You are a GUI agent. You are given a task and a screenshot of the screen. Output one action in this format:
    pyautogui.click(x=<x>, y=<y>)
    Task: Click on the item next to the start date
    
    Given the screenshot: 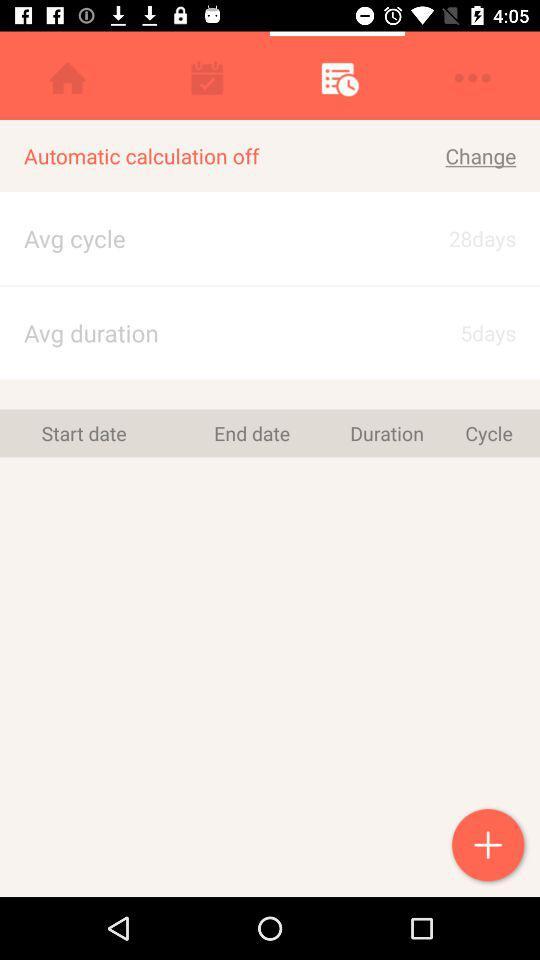 What is the action you would take?
    pyautogui.click(x=252, y=433)
    